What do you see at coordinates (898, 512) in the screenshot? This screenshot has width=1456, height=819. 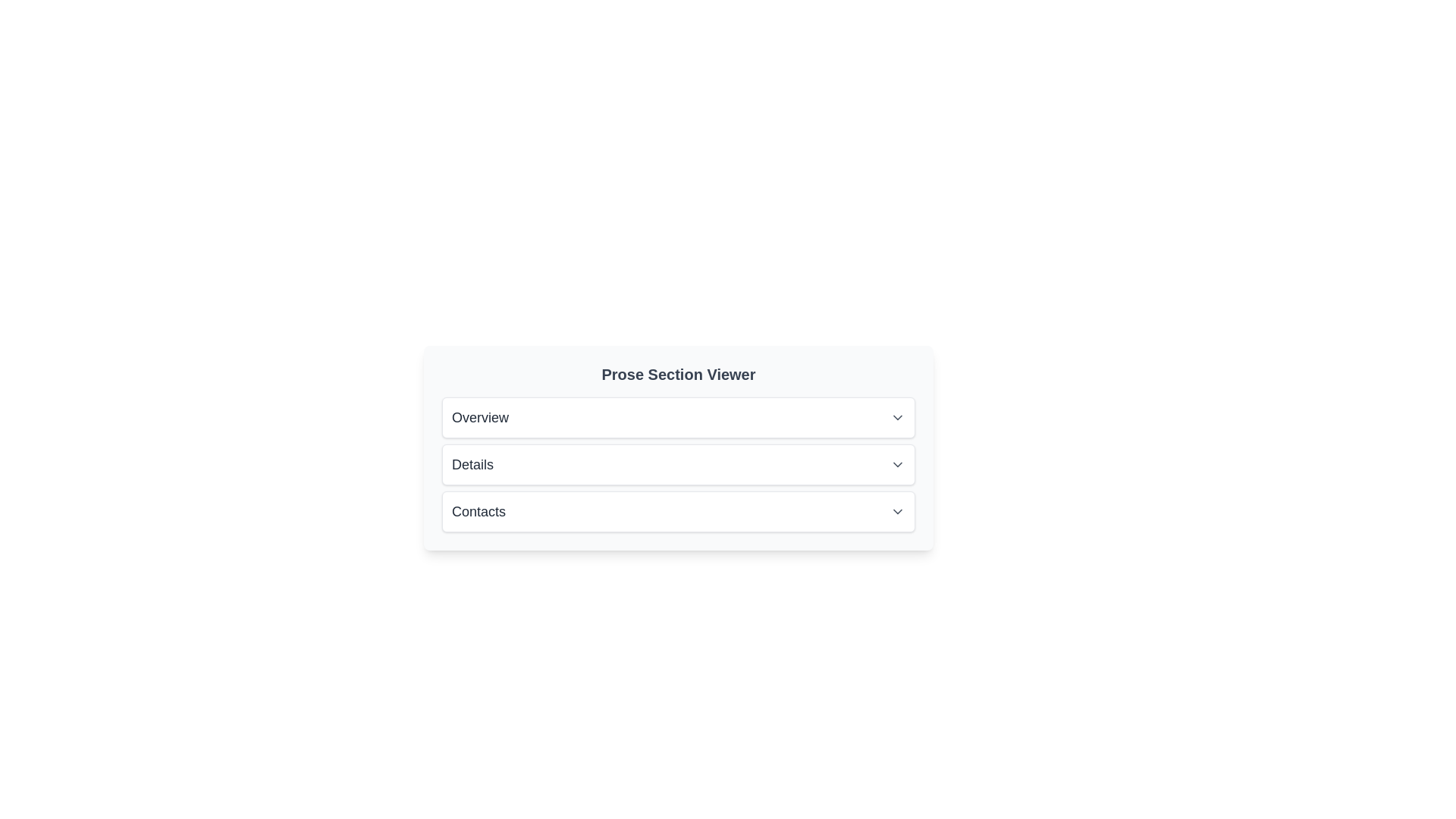 I see `the Dropdown indicator (chevron icon) next to the 'Contacts' section` at bounding box center [898, 512].